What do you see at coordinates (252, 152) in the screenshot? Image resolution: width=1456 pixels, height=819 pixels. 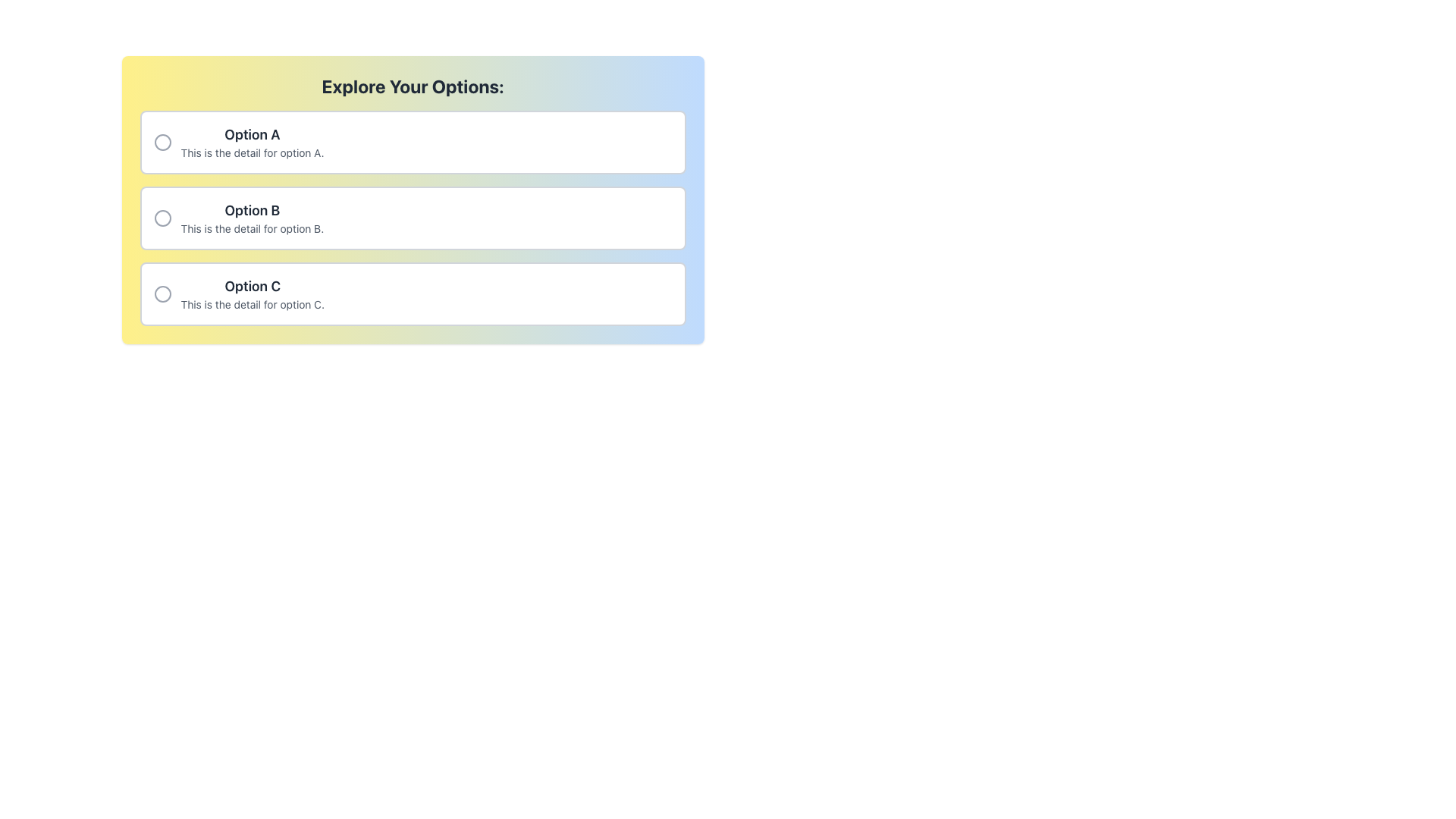 I see `the static text label that reads 'This is the detail for option A.' located beneath the header 'Option A'` at bounding box center [252, 152].